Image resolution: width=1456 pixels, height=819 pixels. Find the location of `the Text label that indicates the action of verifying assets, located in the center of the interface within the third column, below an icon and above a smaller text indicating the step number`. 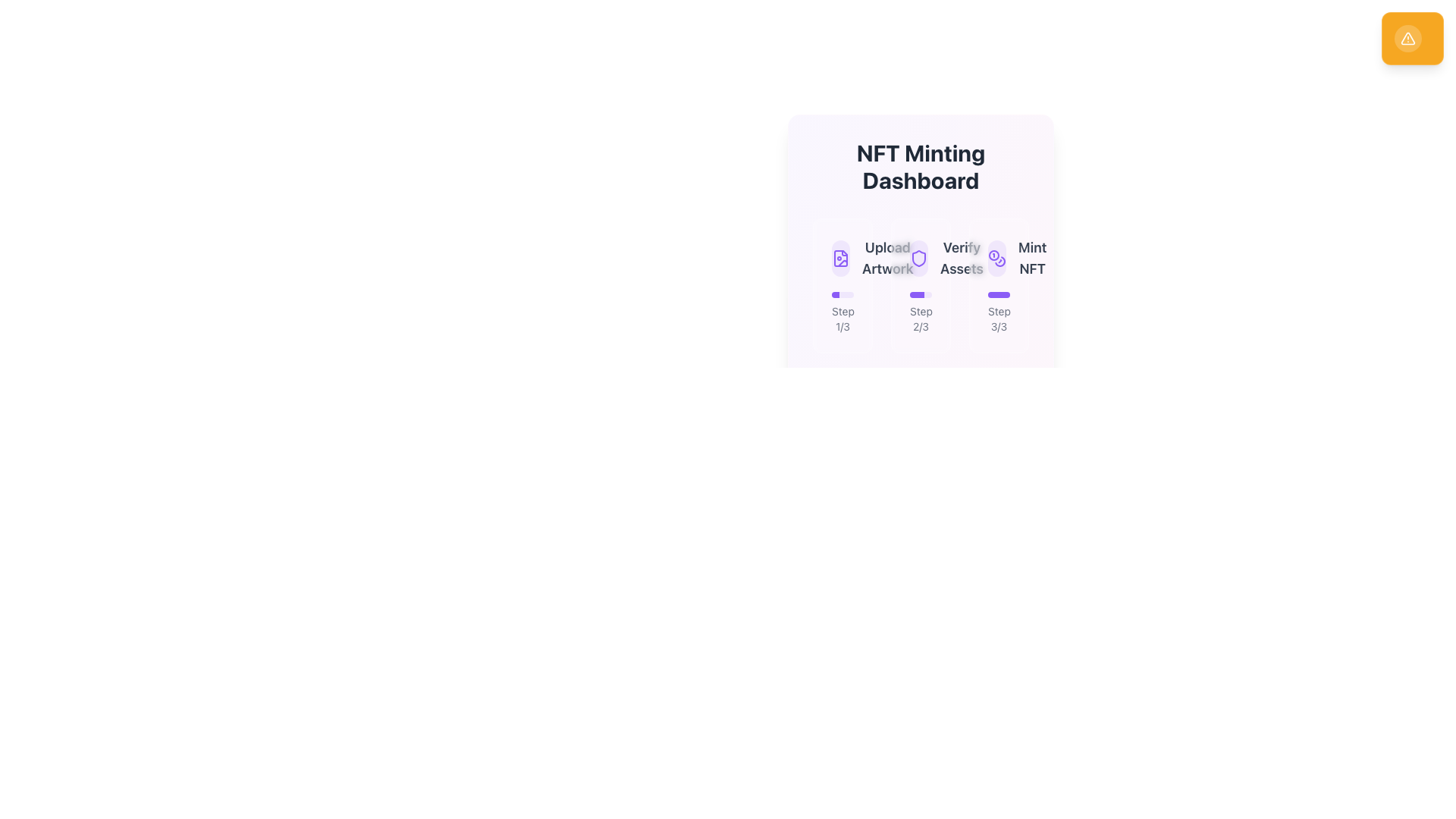

the Text label that indicates the action of verifying assets, located in the center of the interface within the third column, below an icon and above a smaller text indicating the step number is located at coordinates (961, 257).